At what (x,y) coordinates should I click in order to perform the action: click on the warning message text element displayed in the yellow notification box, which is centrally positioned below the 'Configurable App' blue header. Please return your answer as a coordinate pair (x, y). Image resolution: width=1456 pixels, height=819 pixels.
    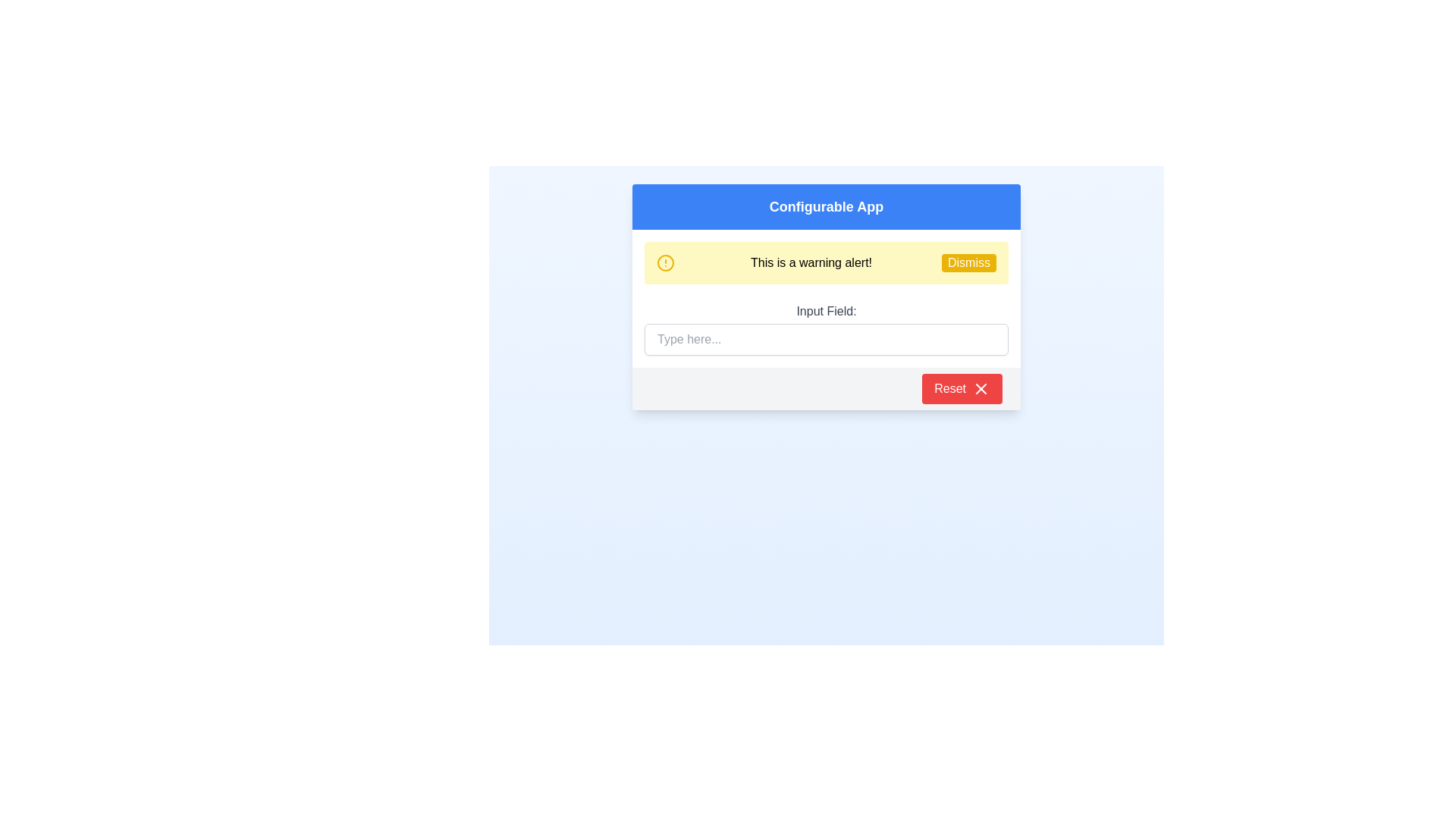
    Looking at the image, I should click on (811, 262).